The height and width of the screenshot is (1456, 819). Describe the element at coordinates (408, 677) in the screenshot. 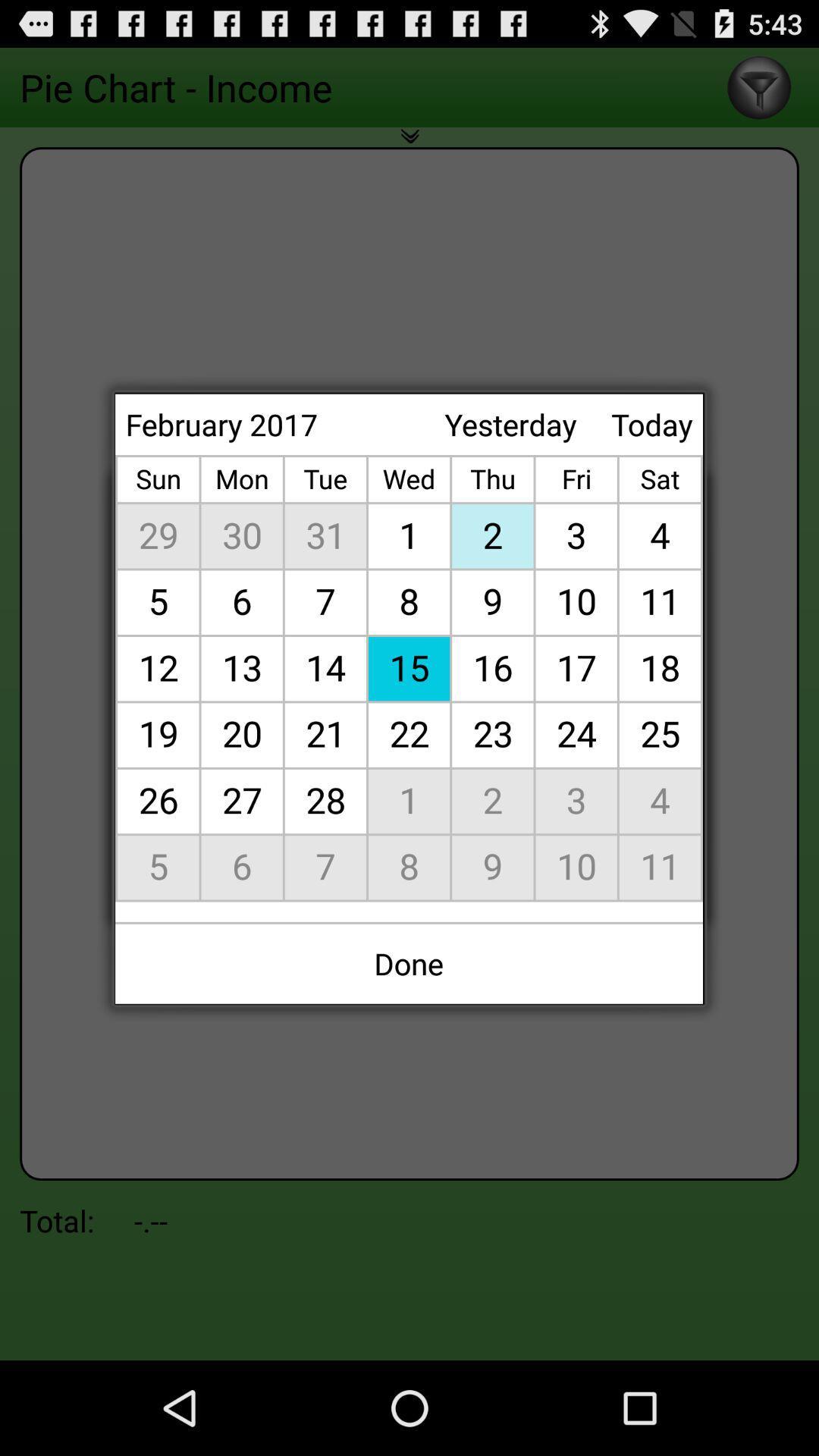

I see `the icon below february 2017 app` at that location.